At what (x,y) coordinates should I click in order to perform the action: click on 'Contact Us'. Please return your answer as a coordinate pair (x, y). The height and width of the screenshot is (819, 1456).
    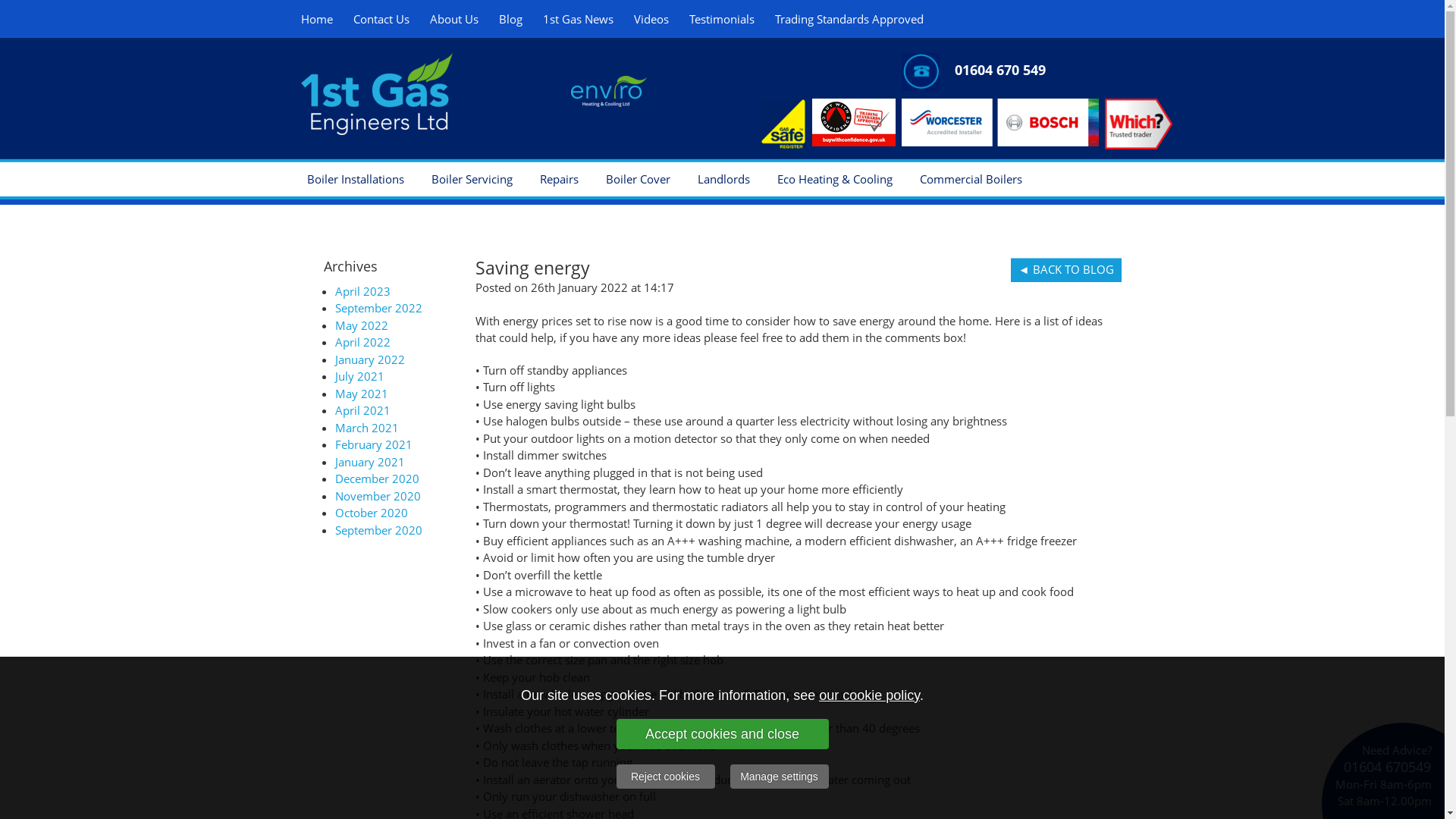
    Looking at the image, I should click on (345, 18).